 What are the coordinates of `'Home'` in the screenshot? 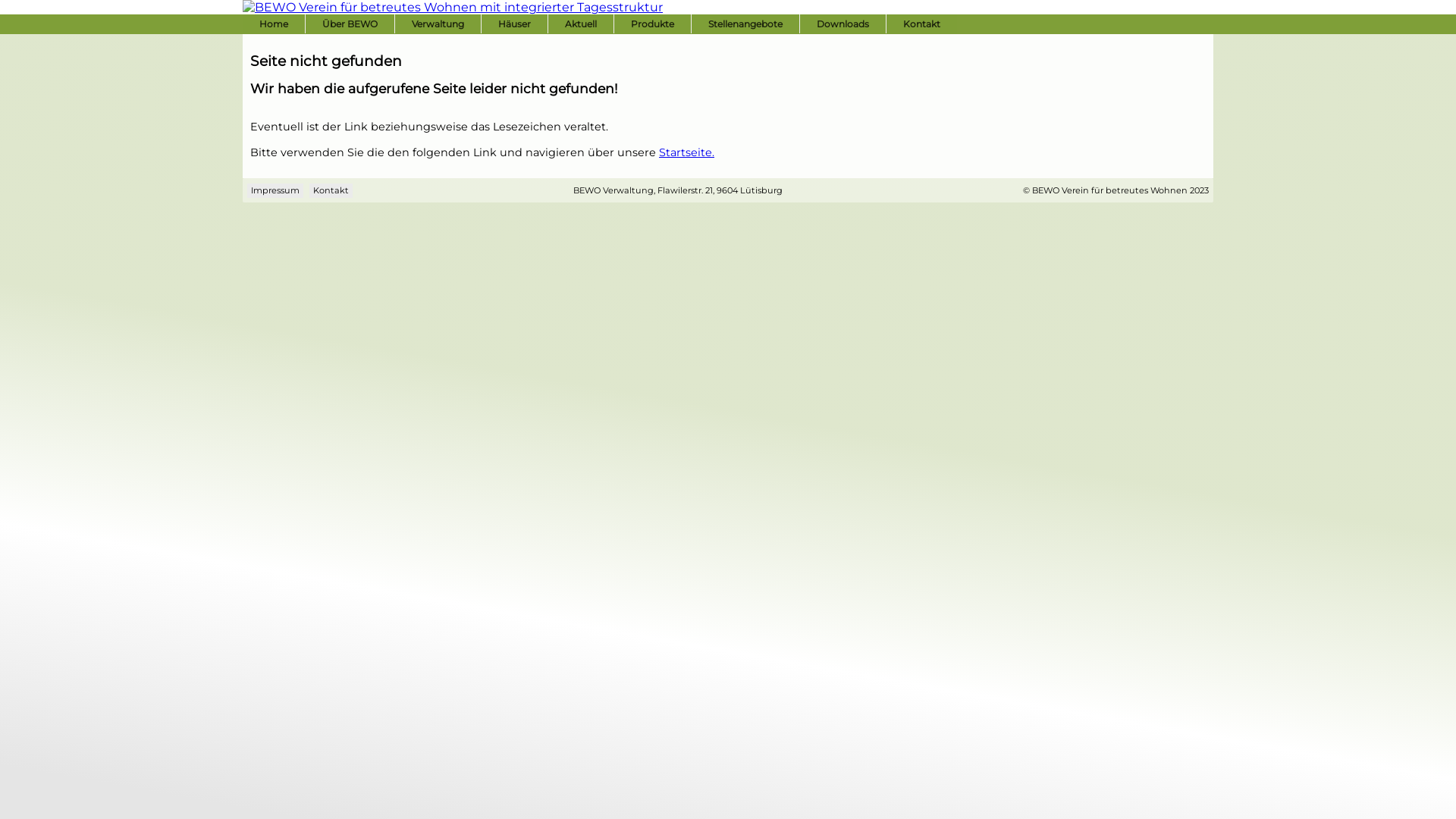 It's located at (273, 24).